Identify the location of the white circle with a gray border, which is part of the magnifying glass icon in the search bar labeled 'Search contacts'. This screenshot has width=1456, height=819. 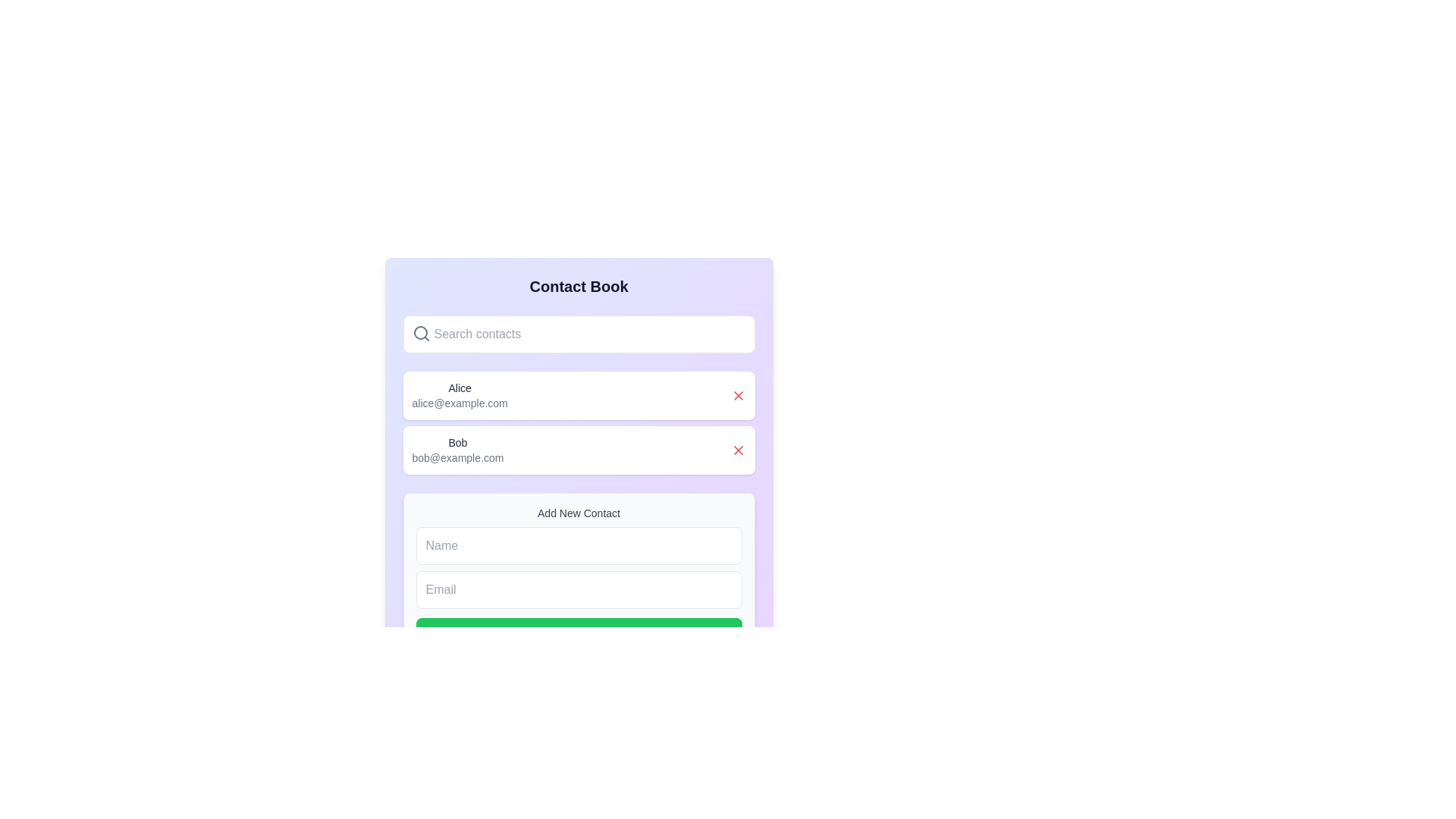
(420, 332).